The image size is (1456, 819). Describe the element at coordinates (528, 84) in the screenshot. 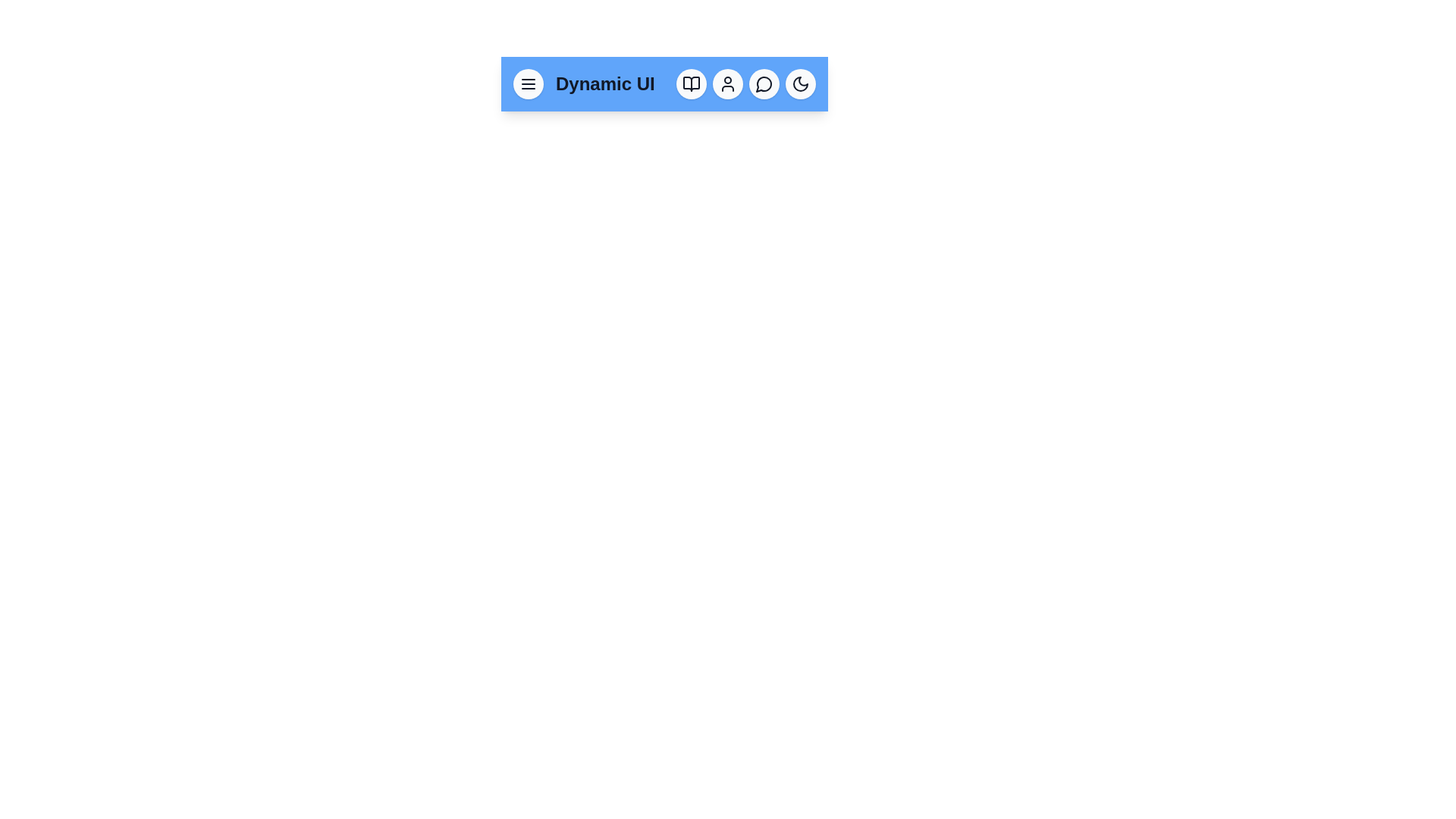

I see `the menu button to open the menu` at that location.